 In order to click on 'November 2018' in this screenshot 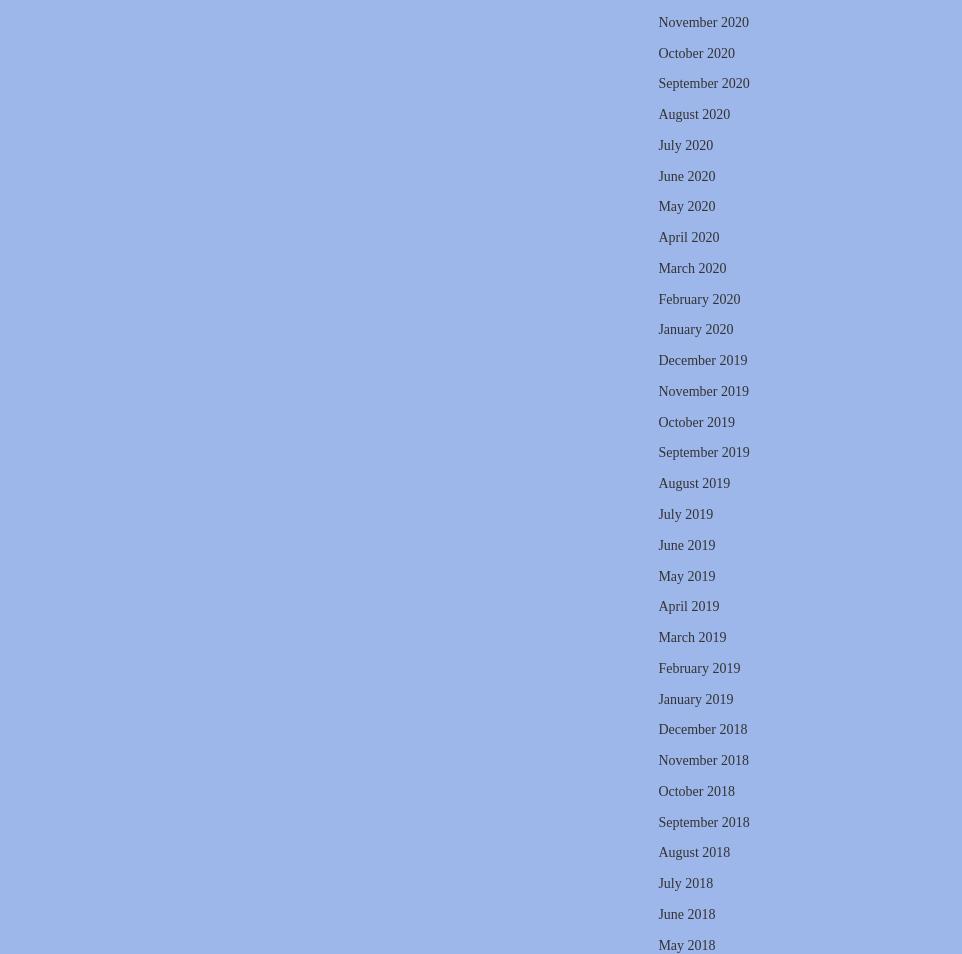, I will do `click(702, 760)`.